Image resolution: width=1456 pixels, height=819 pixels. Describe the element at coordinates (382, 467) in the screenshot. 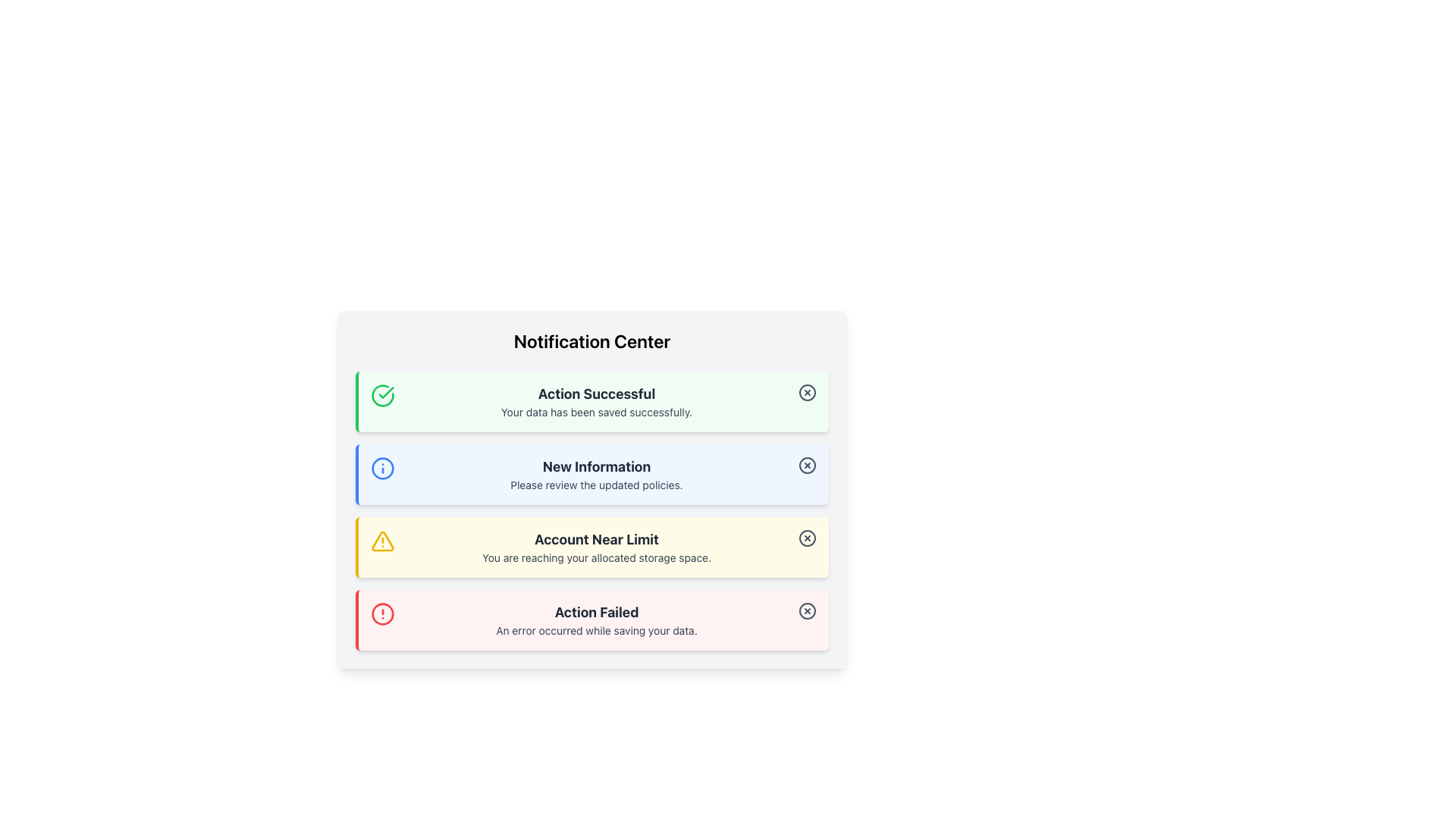

I see `the informational icon with a lowercase 'i' in a blue circular shape located to the left of the text 'New Information' in the second notification of the notification center` at that location.